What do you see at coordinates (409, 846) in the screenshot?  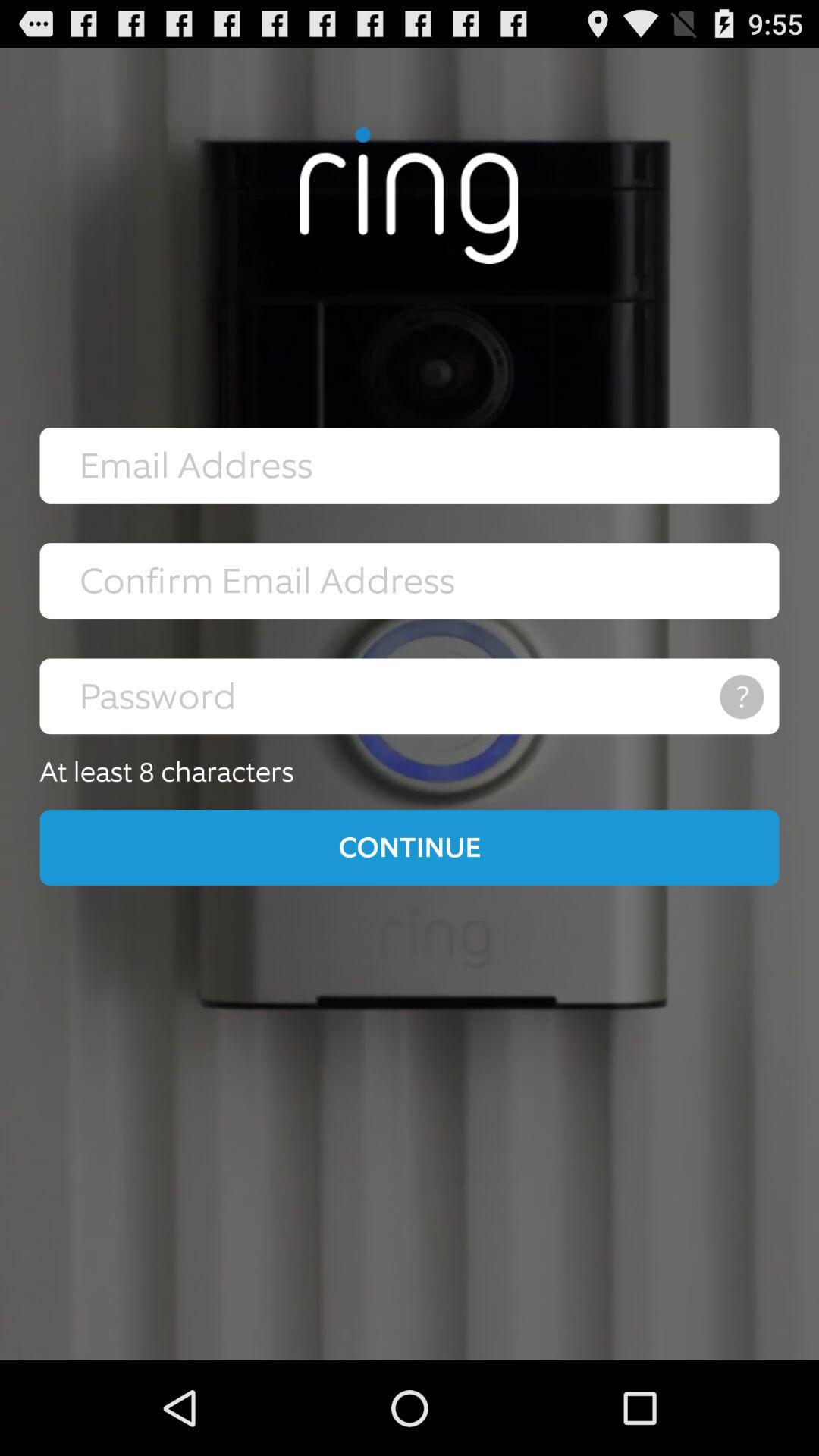 I see `continue icon` at bounding box center [409, 846].